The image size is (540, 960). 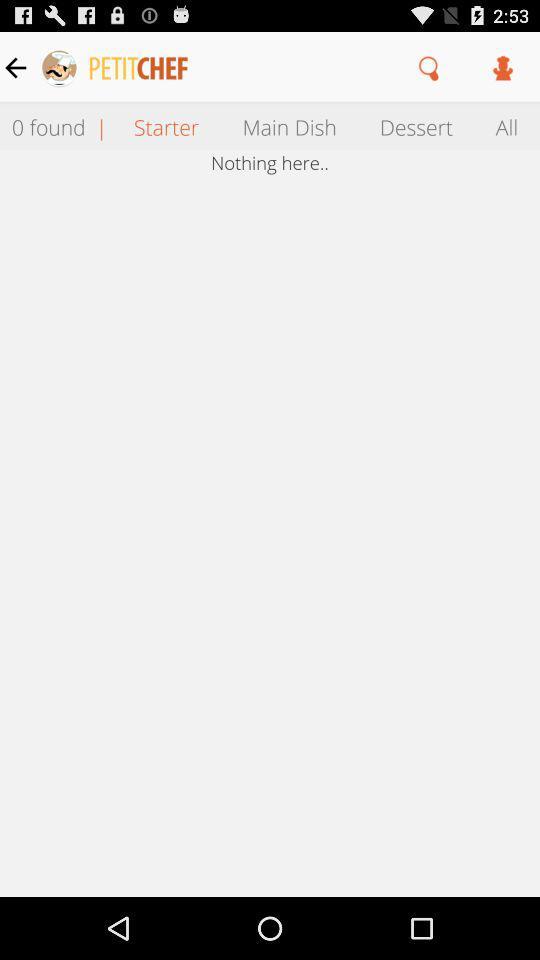 I want to click on all item, so click(x=507, y=125).